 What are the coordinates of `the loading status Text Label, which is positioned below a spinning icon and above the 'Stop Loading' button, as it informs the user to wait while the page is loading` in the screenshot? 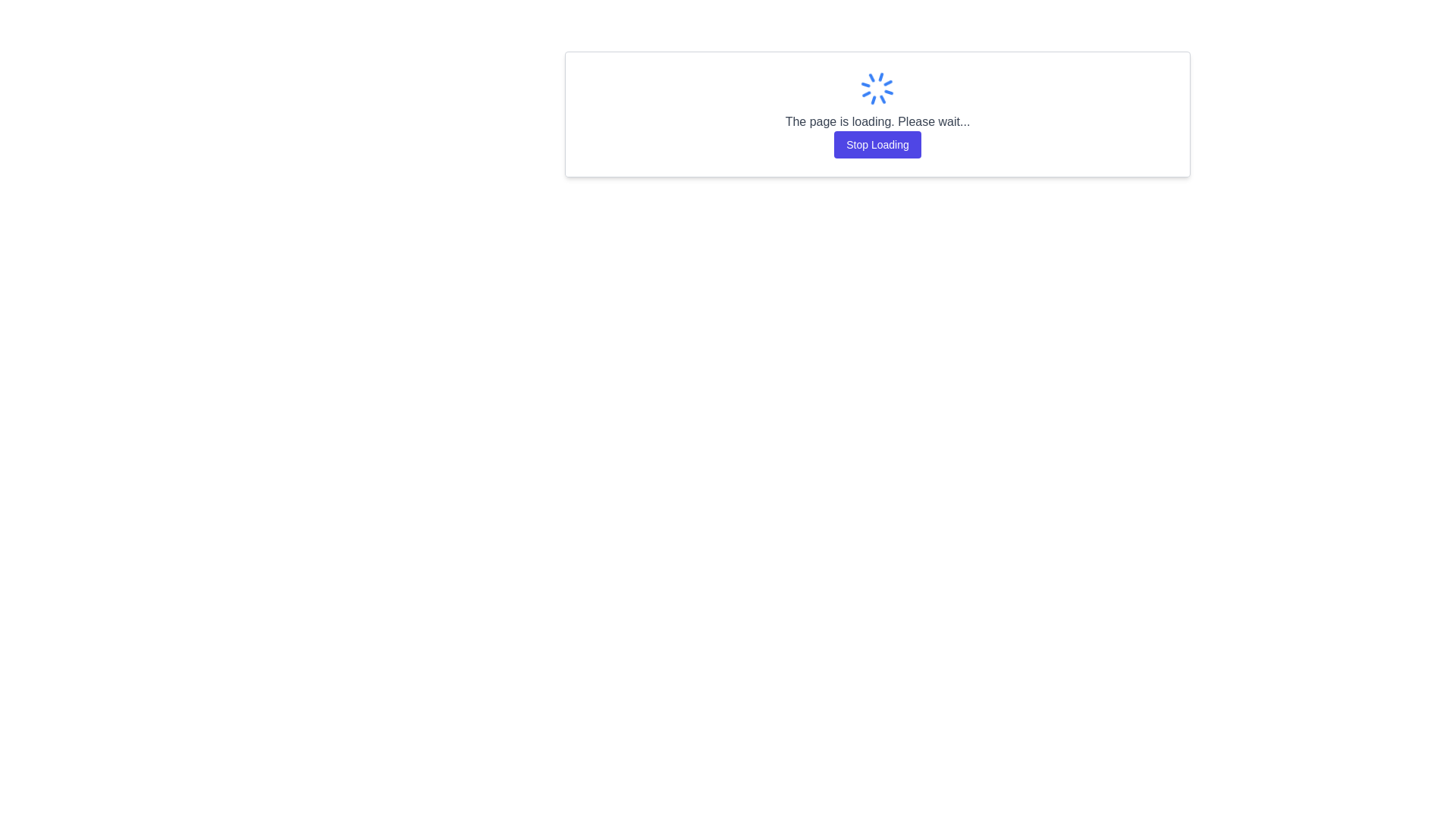 It's located at (877, 121).